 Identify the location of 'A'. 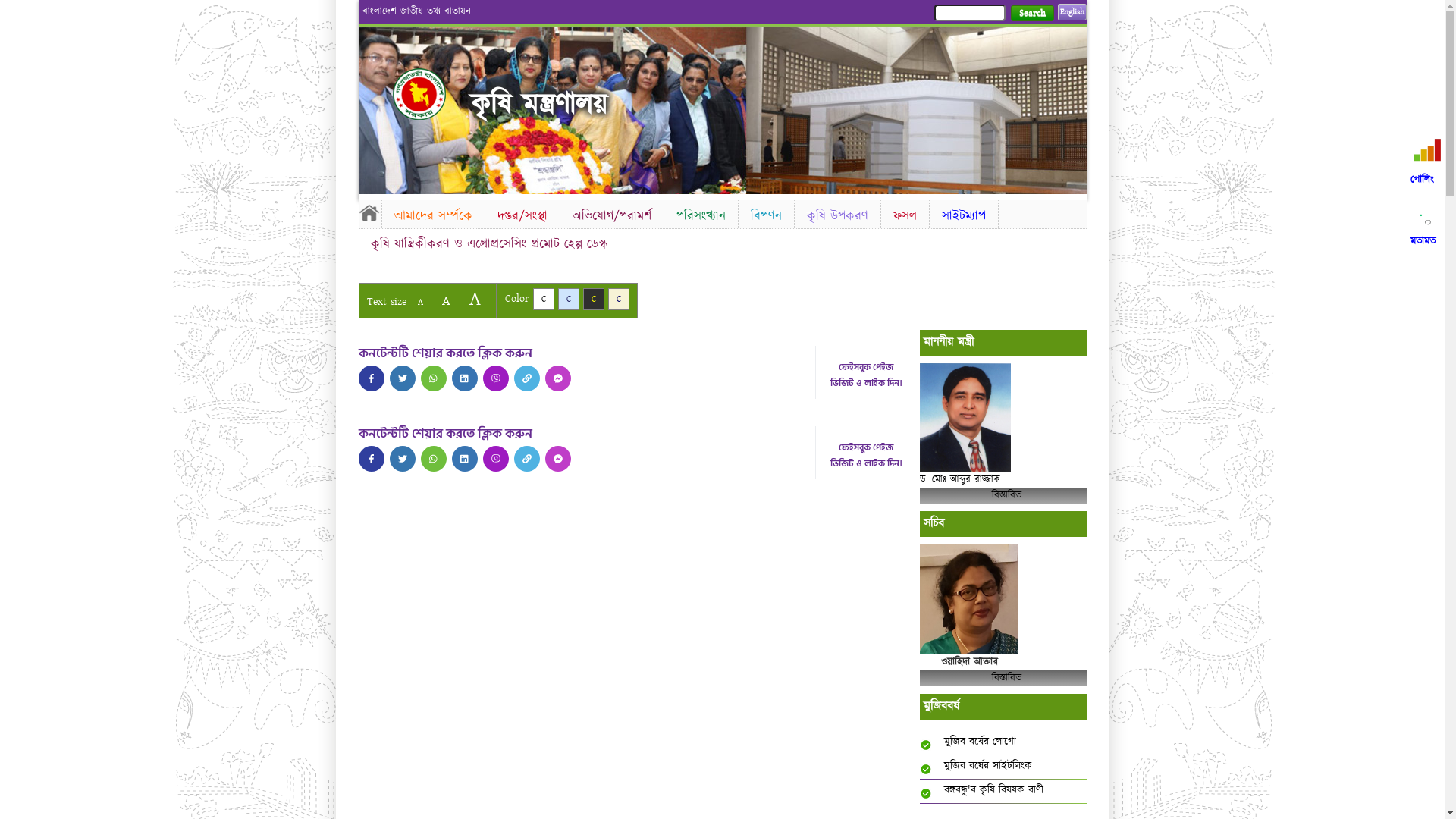
(473, 299).